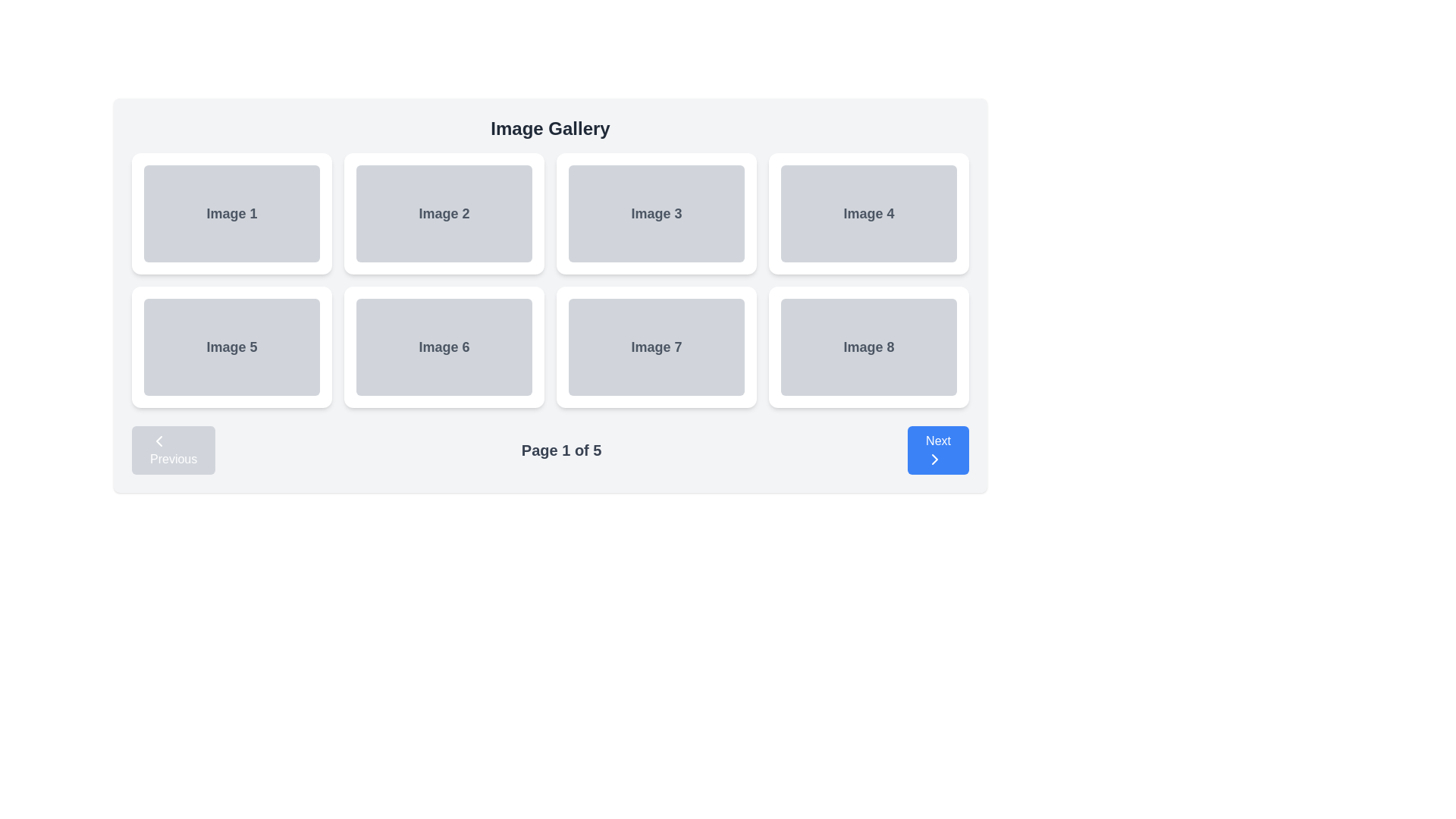 The height and width of the screenshot is (819, 1456). I want to click on the gallery item labeled 'Image 1' in the first row and first column of the grid, so click(231, 213).